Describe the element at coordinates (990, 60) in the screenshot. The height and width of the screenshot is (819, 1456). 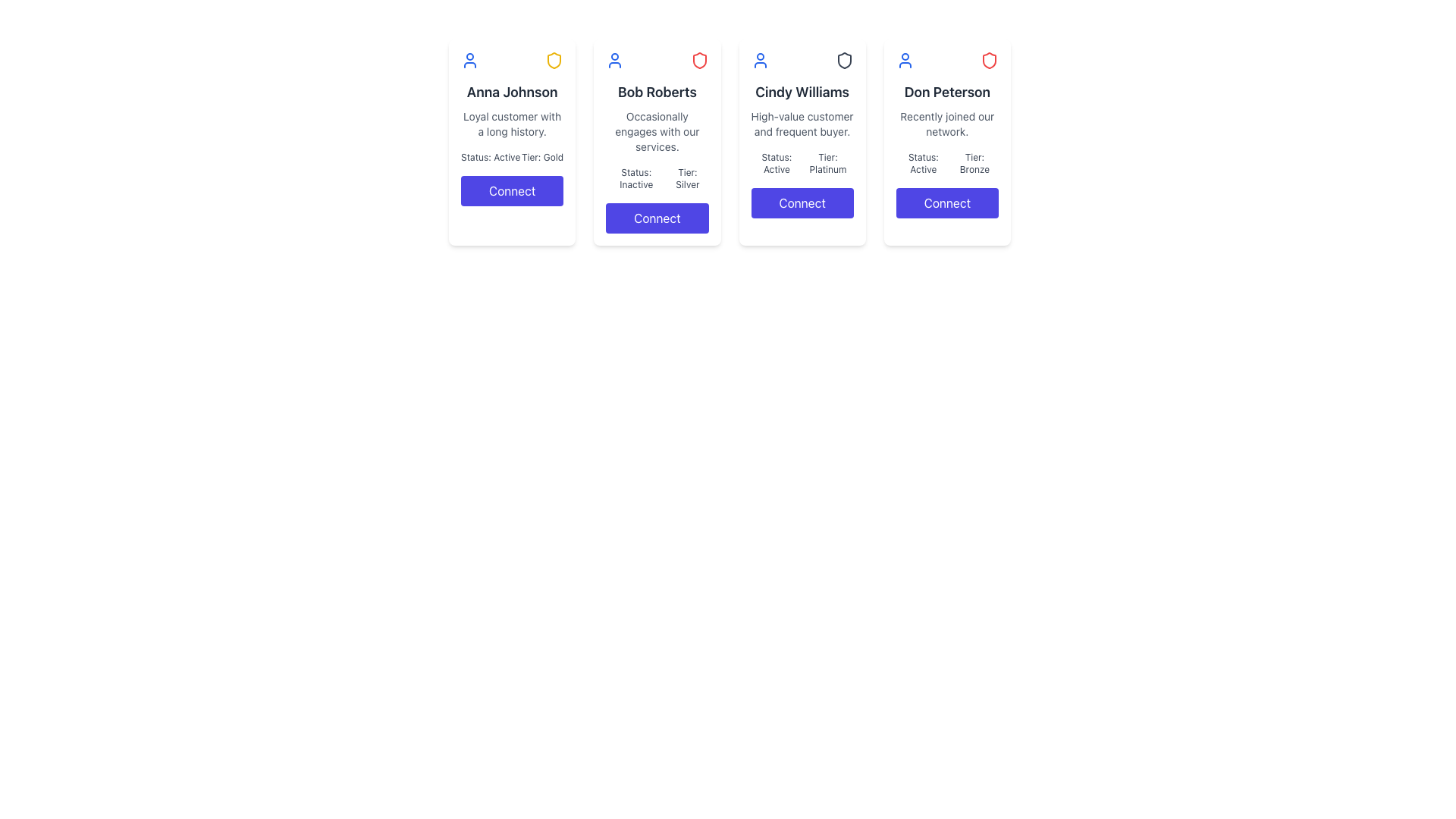
I see `the status icon located in the user card for 'Don Peterson', positioned in the rightmost column and aligned with the top edge of the card` at that location.